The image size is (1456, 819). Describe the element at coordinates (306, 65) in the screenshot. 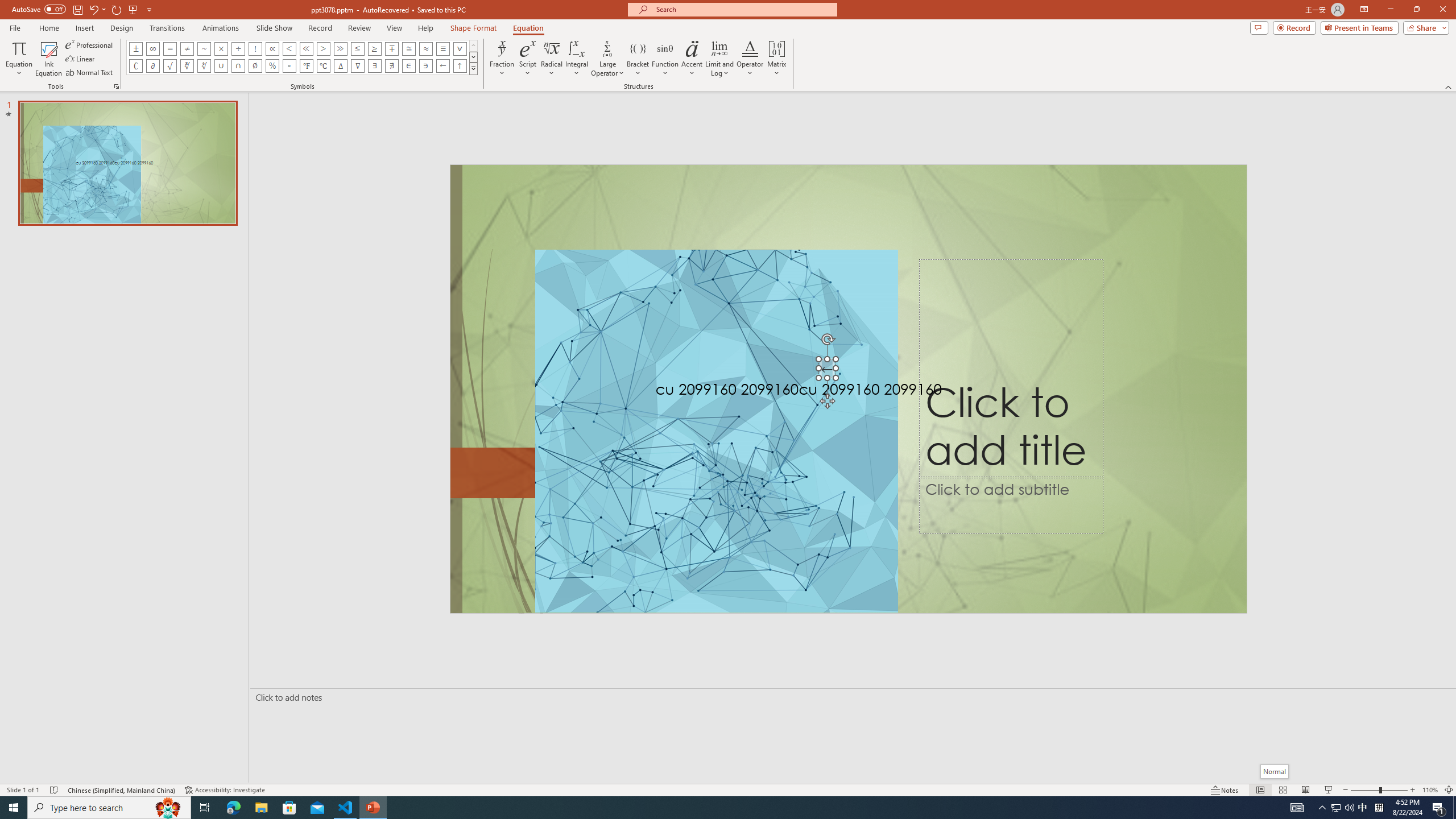

I see `'Equation Symbol Degrees Fahrenheit'` at that location.